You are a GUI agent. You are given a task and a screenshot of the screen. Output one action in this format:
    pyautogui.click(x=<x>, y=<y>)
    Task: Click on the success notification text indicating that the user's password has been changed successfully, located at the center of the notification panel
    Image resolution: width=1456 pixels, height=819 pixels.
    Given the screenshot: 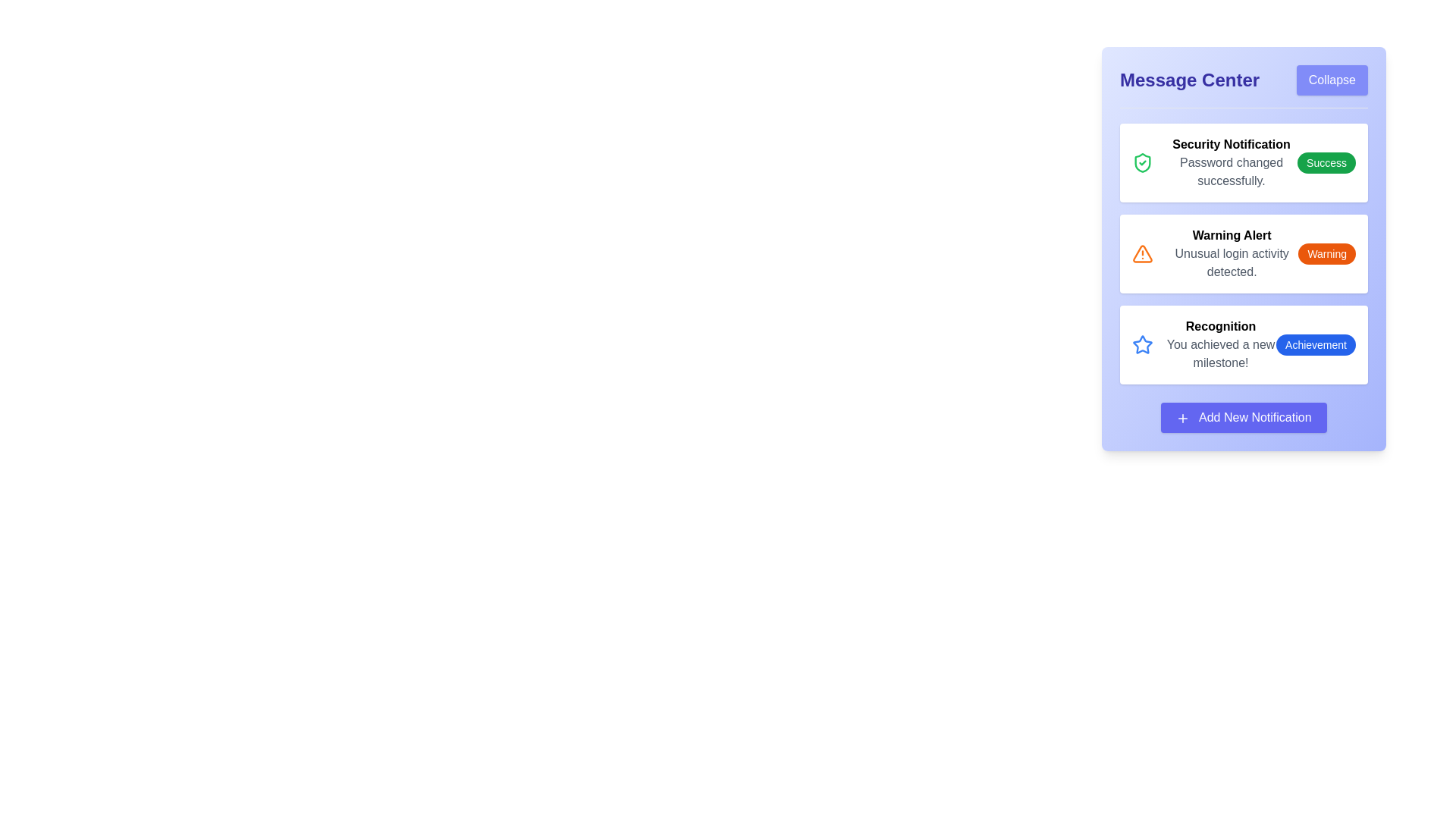 What is the action you would take?
    pyautogui.click(x=1232, y=163)
    